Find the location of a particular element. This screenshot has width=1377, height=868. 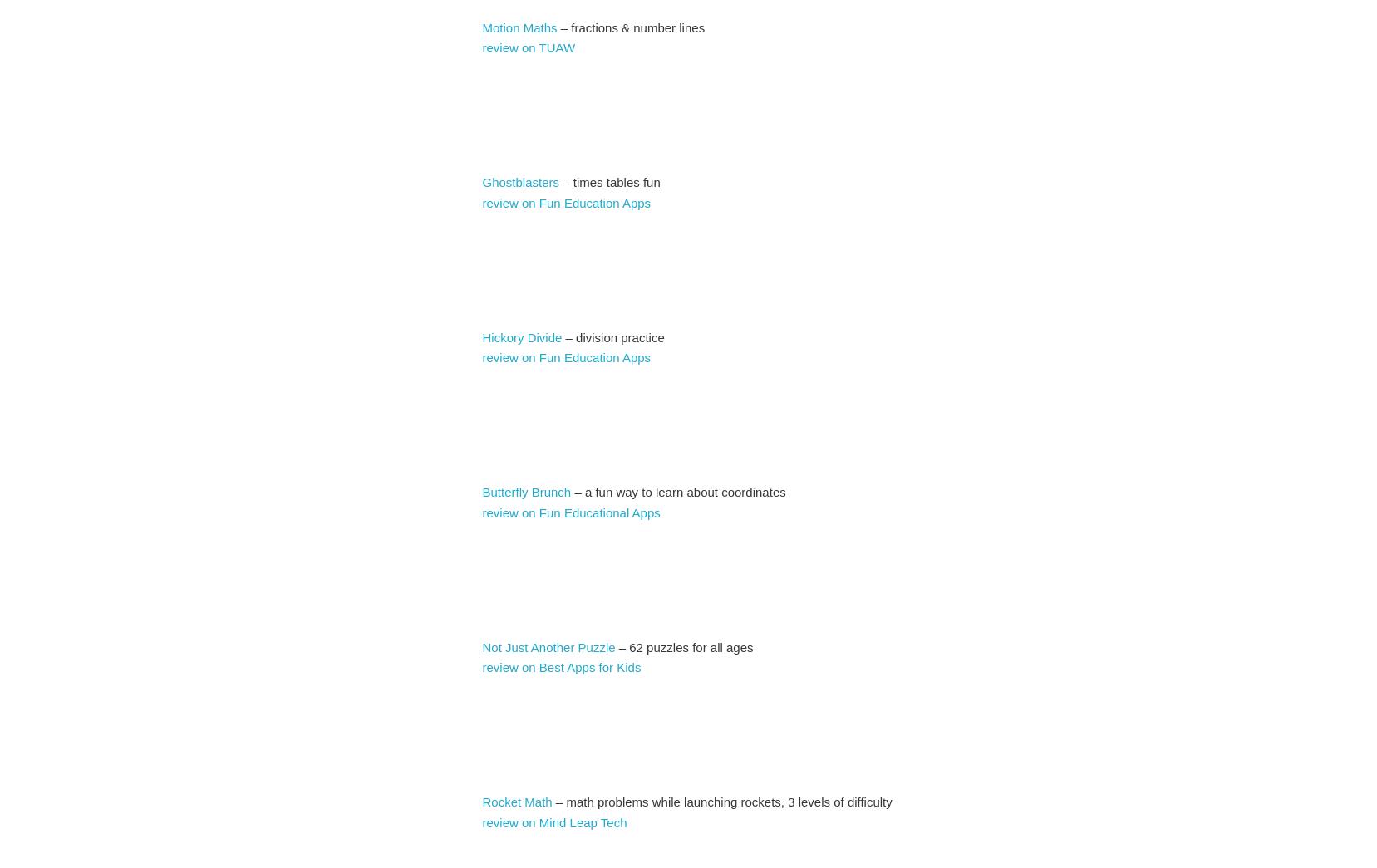

'– fractions & number lines' is located at coordinates (630, 26).